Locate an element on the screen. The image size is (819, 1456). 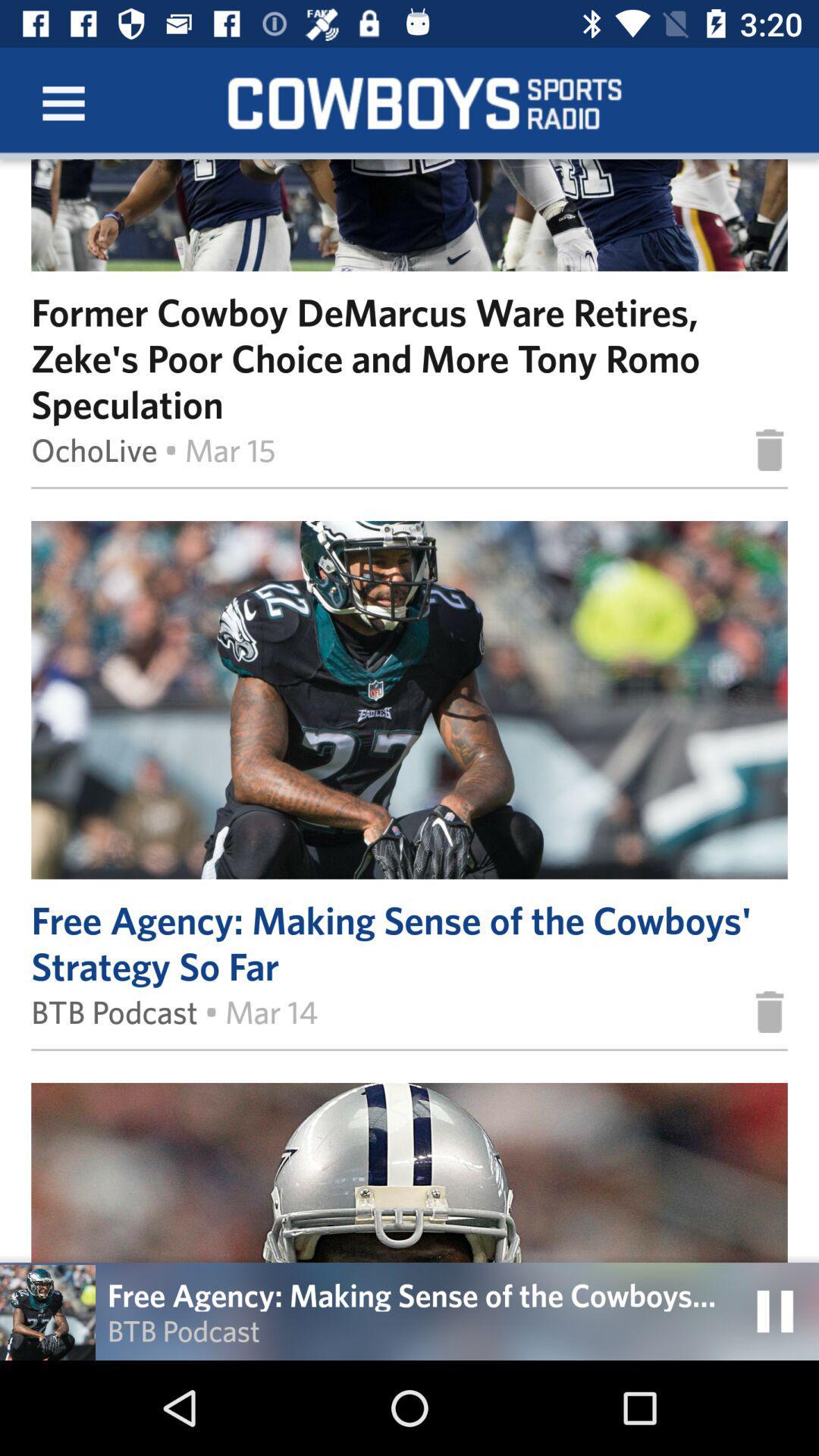
the pause icon is located at coordinates (775, 1310).